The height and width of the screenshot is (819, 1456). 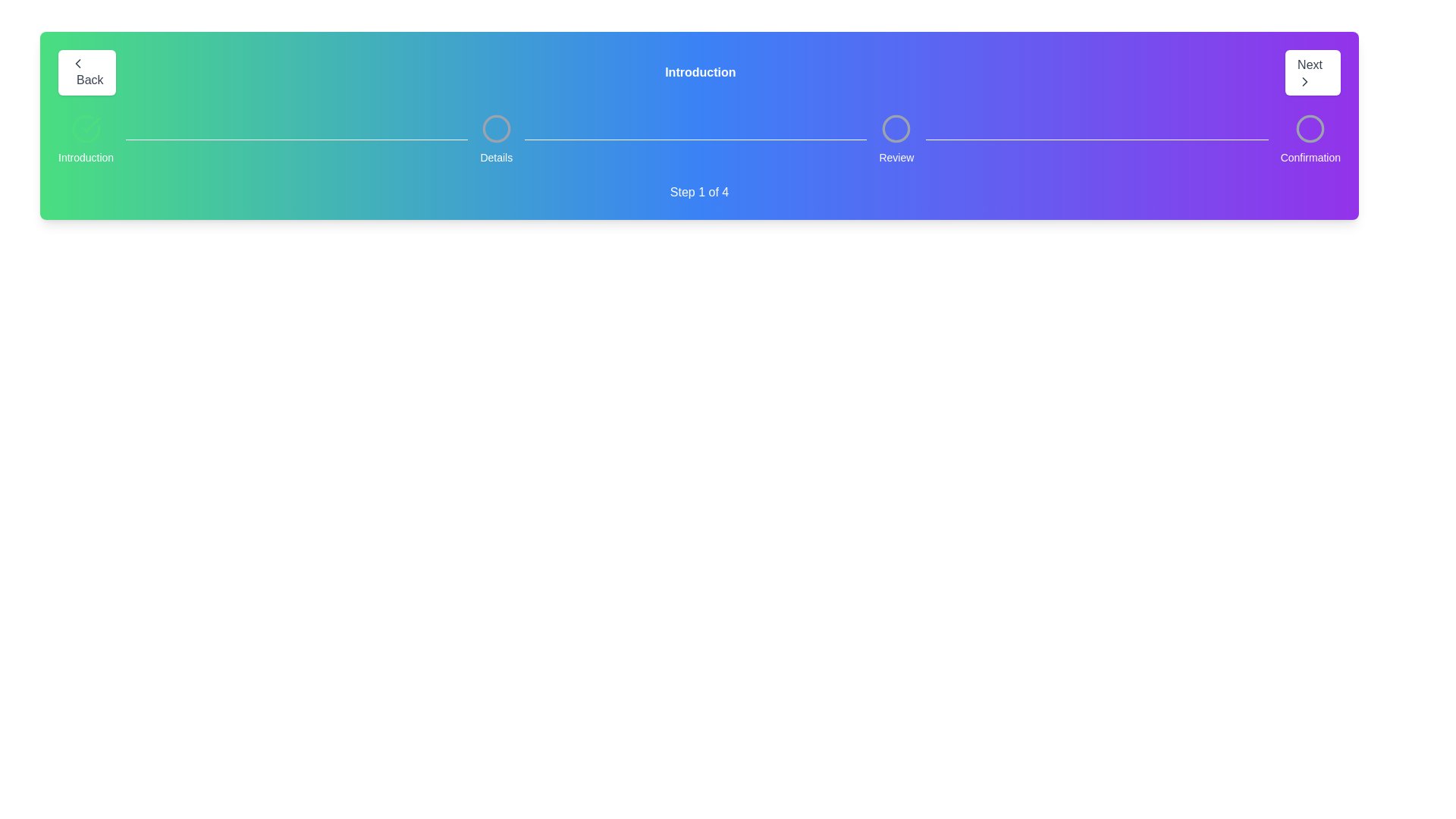 What do you see at coordinates (699, 73) in the screenshot?
I see `the static text label that indicates the current step's title as 'Introduction' in a multi-step process, positioned centrally between the 'Back' and 'Next' buttons` at bounding box center [699, 73].